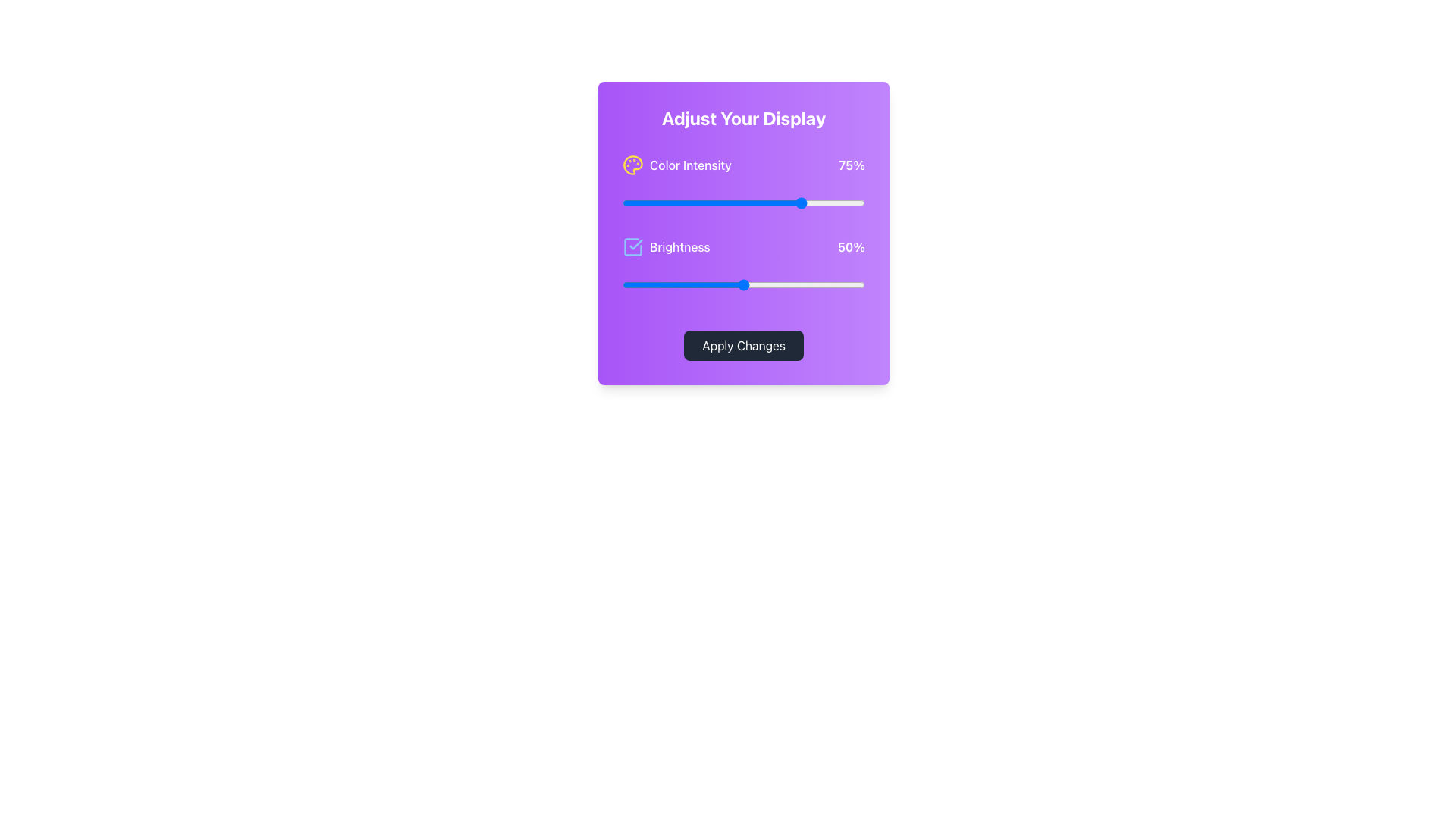 This screenshot has width=1456, height=819. Describe the element at coordinates (636, 243) in the screenshot. I see `the checked icon indicating the confirmed state for the 'Brightness' option located in the second row of the interface` at that location.